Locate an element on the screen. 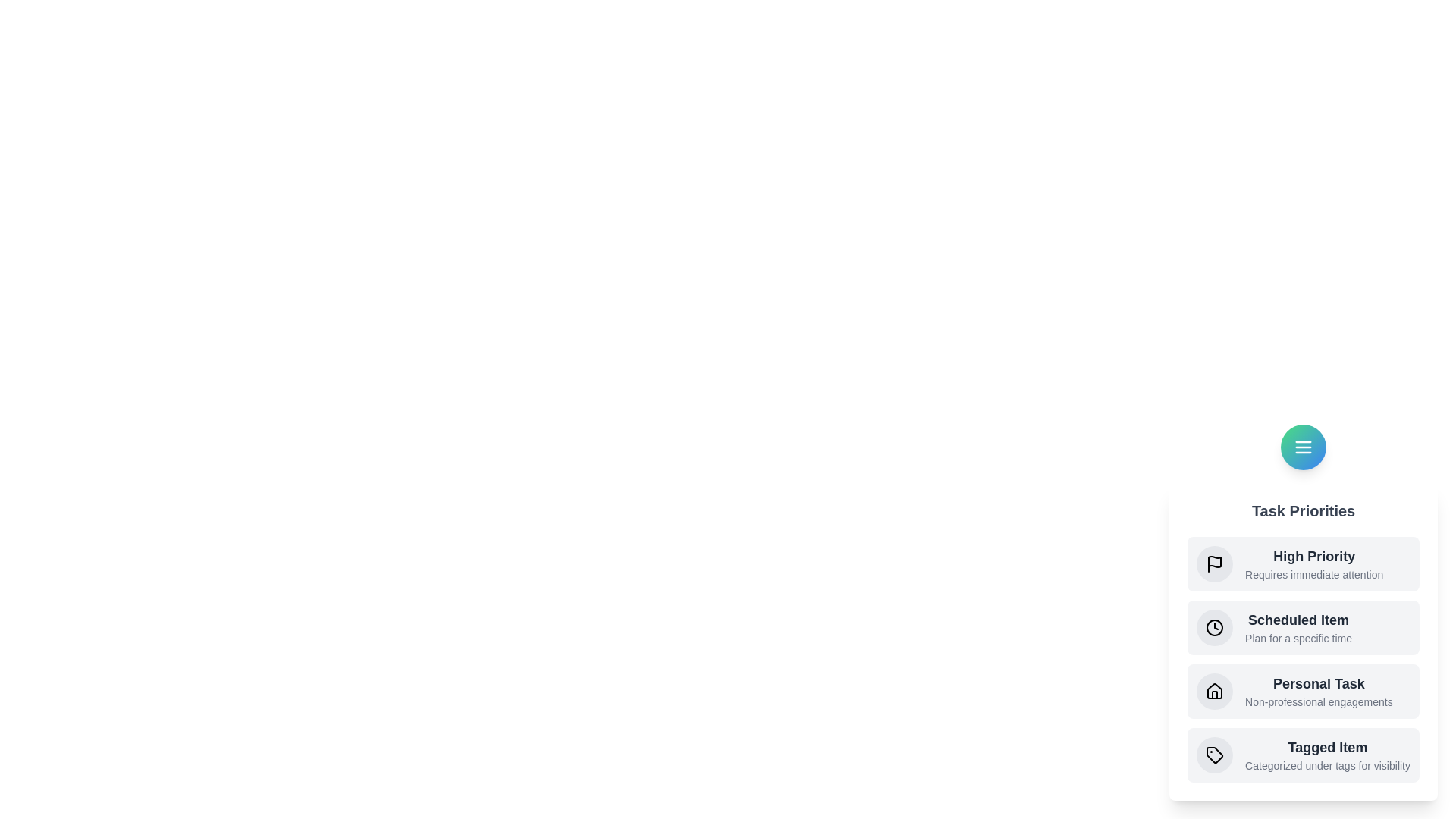 The height and width of the screenshot is (819, 1456). the specified element: scheduled_item is located at coordinates (1215, 628).